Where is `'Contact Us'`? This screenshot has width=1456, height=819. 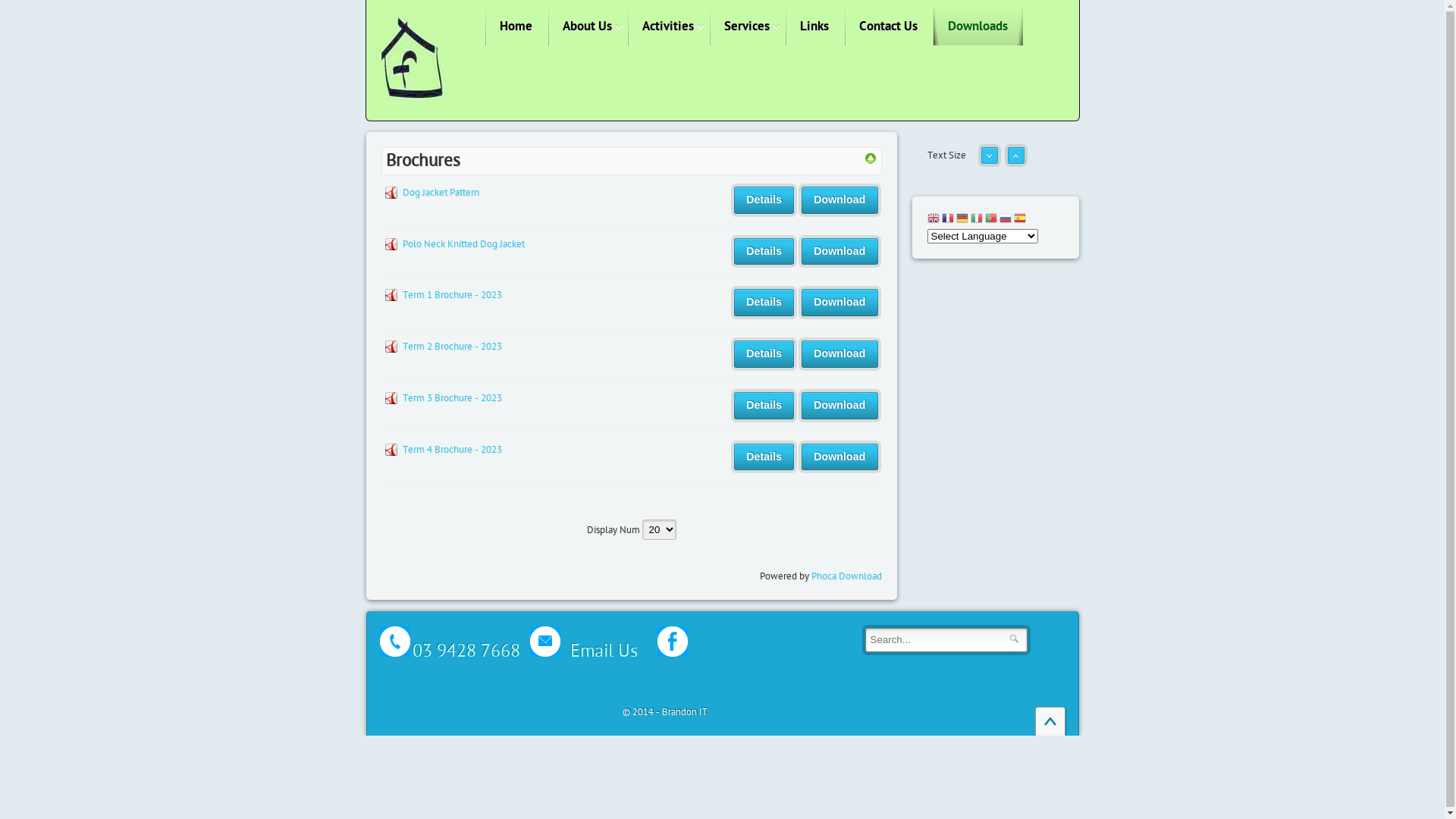
'Contact Us' is located at coordinates (888, 26).